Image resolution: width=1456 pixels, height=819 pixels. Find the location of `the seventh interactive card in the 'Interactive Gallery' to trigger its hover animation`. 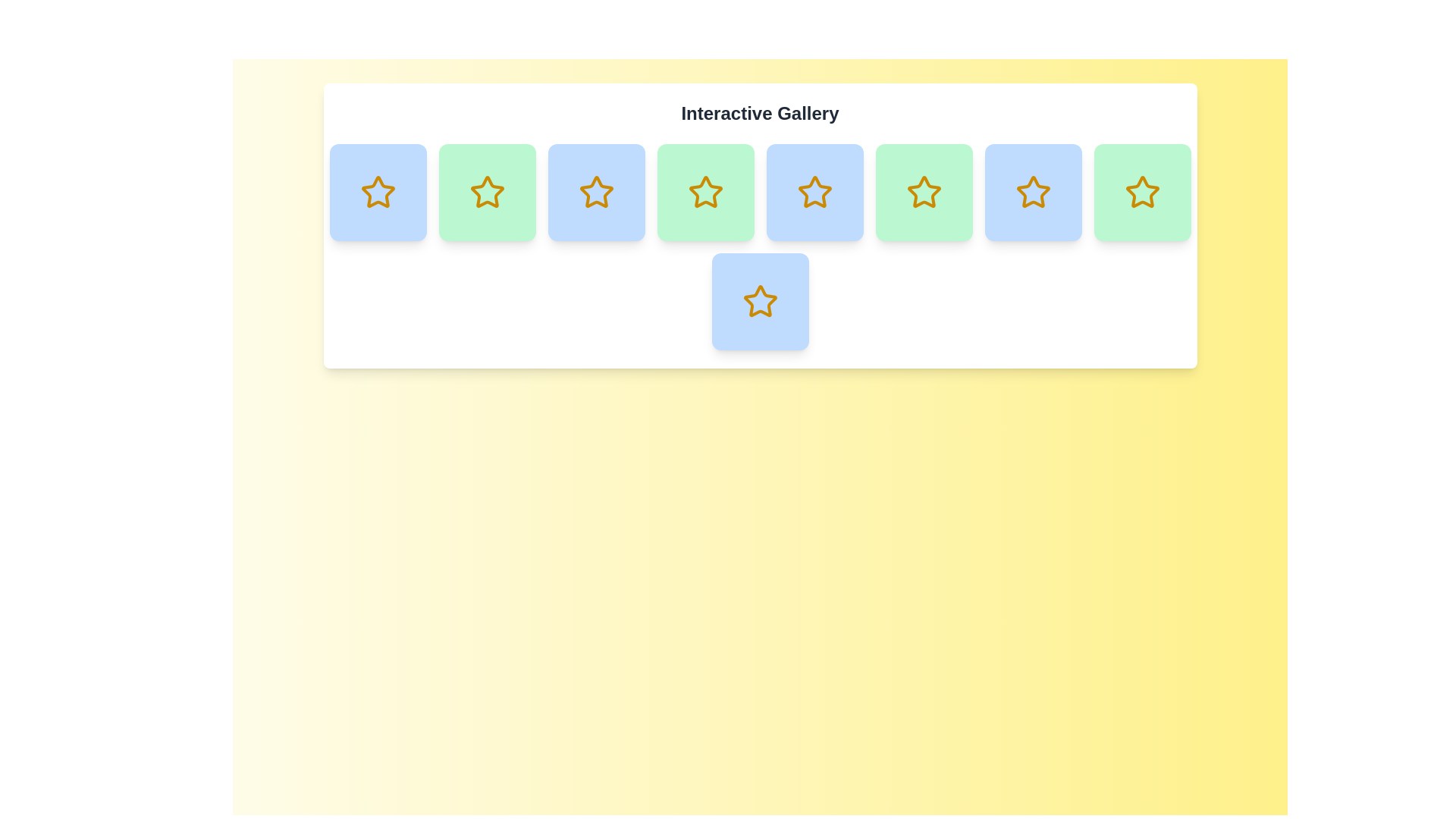

the seventh interactive card in the 'Interactive Gallery' to trigger its hover animation is located at coordinates (1032, 192).